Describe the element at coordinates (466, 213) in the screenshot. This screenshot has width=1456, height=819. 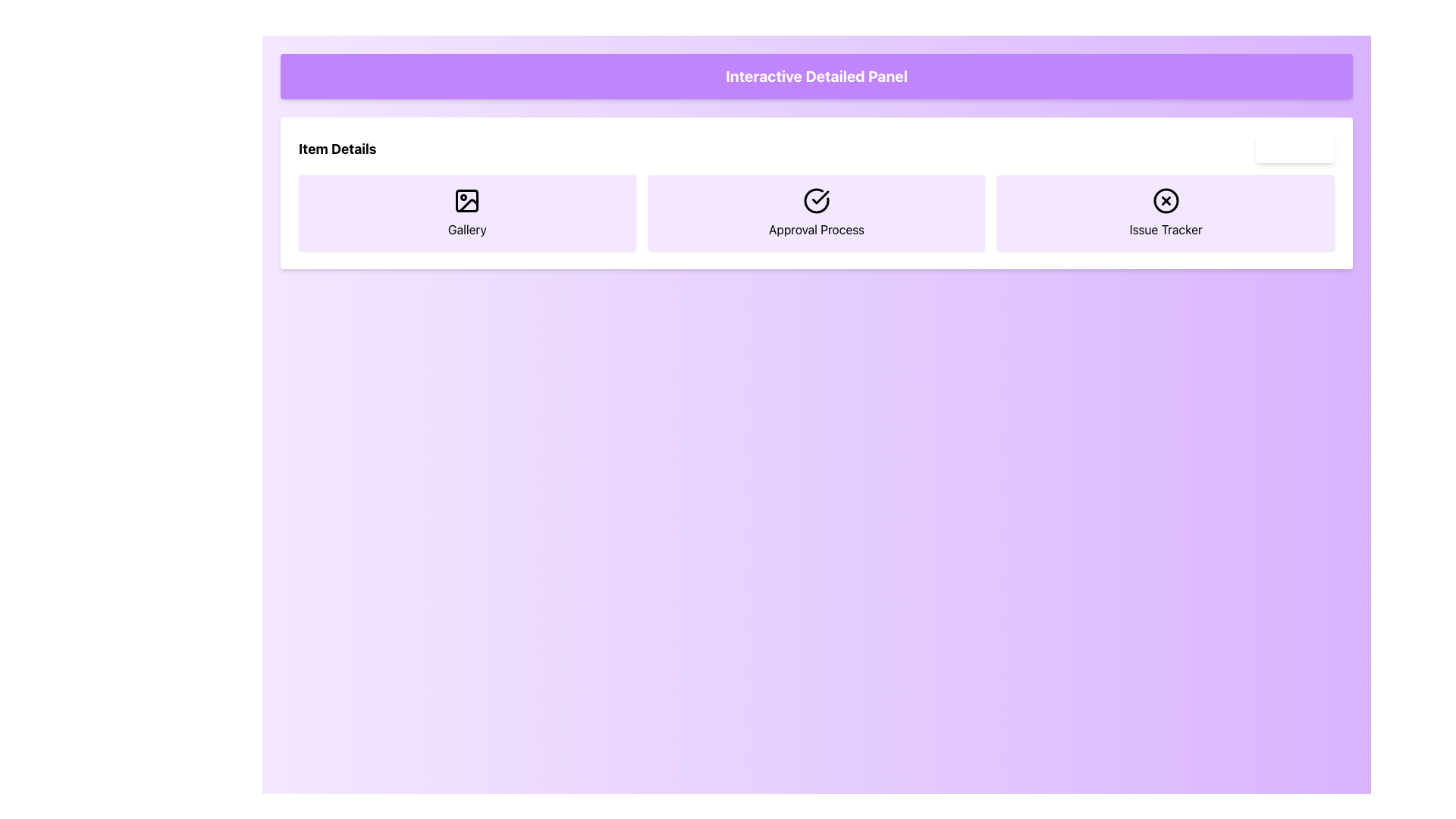
I see `the 'Gallery' button, which is the first card in a row of three, positioned to the left of the 'Approval Process' and 'Issue Tracker' cards` at that location.